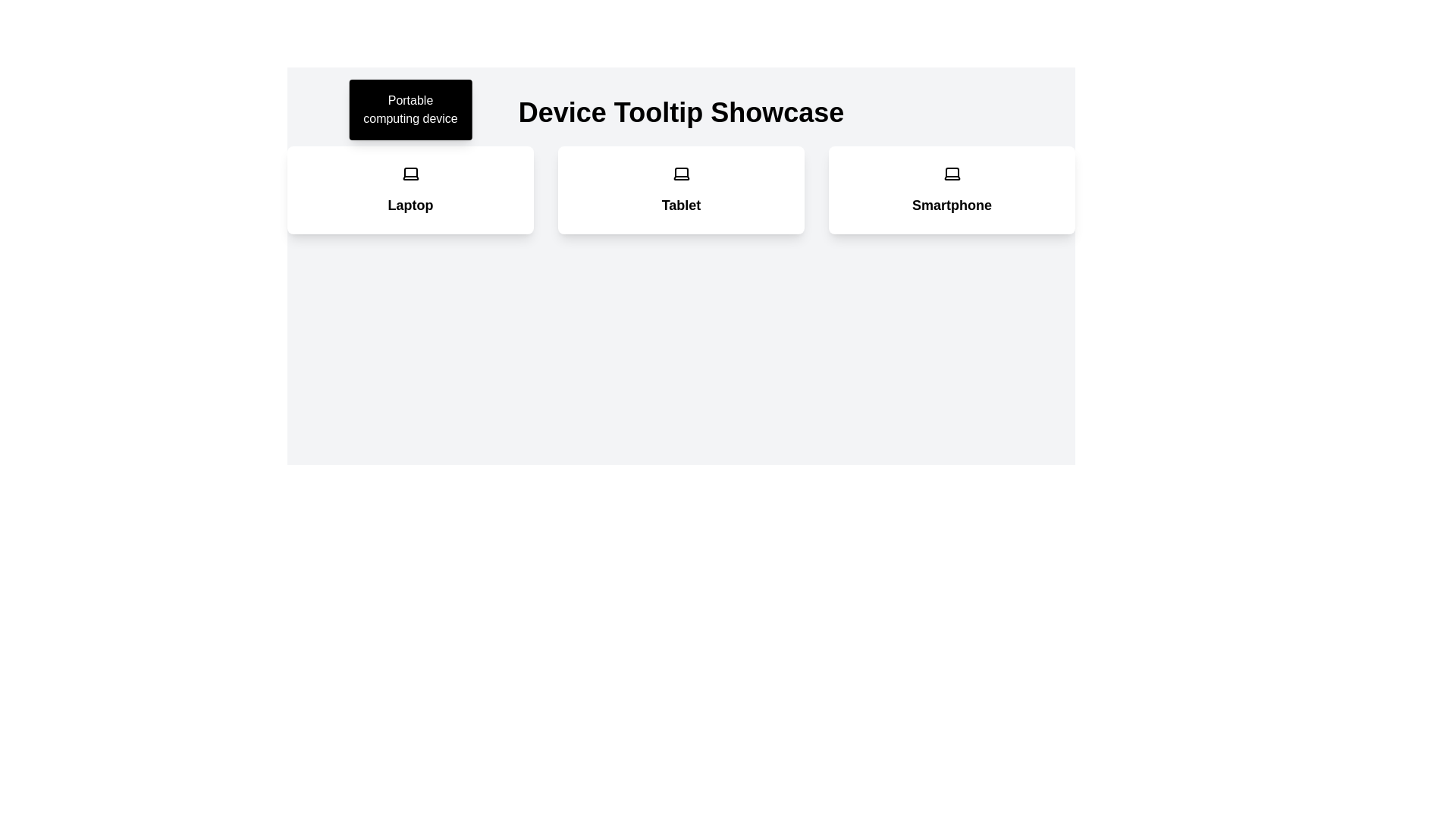  What do you see at coordinates (680, 205) in the screenshot?
I see `Text label displaying 'Tablet' which is bold, large-sized, and styled with a serif font, located centrally below a device icon` at bounding box center [680, 205].